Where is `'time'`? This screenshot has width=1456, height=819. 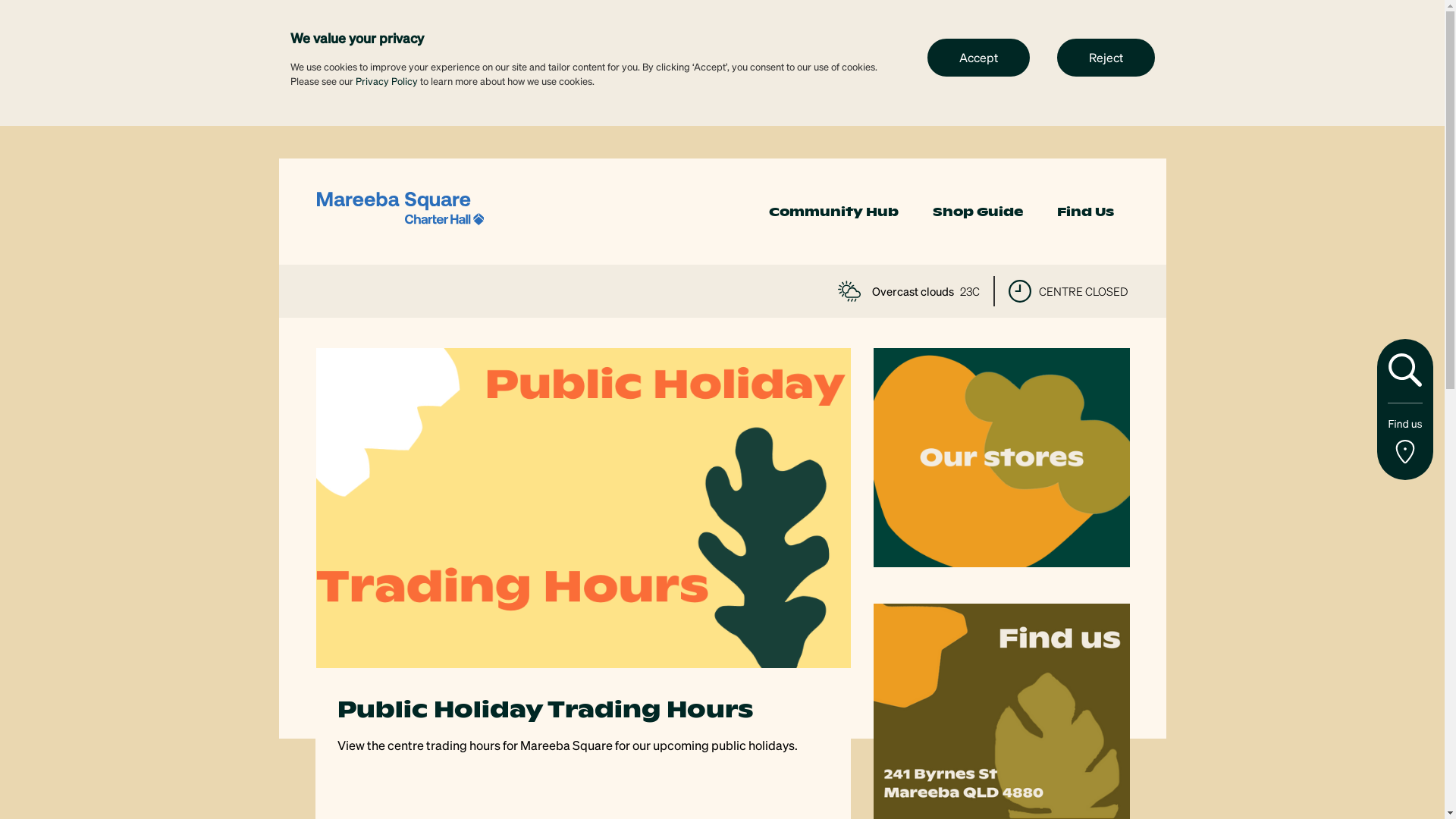
'time' is located at coordinates (1019, 291).